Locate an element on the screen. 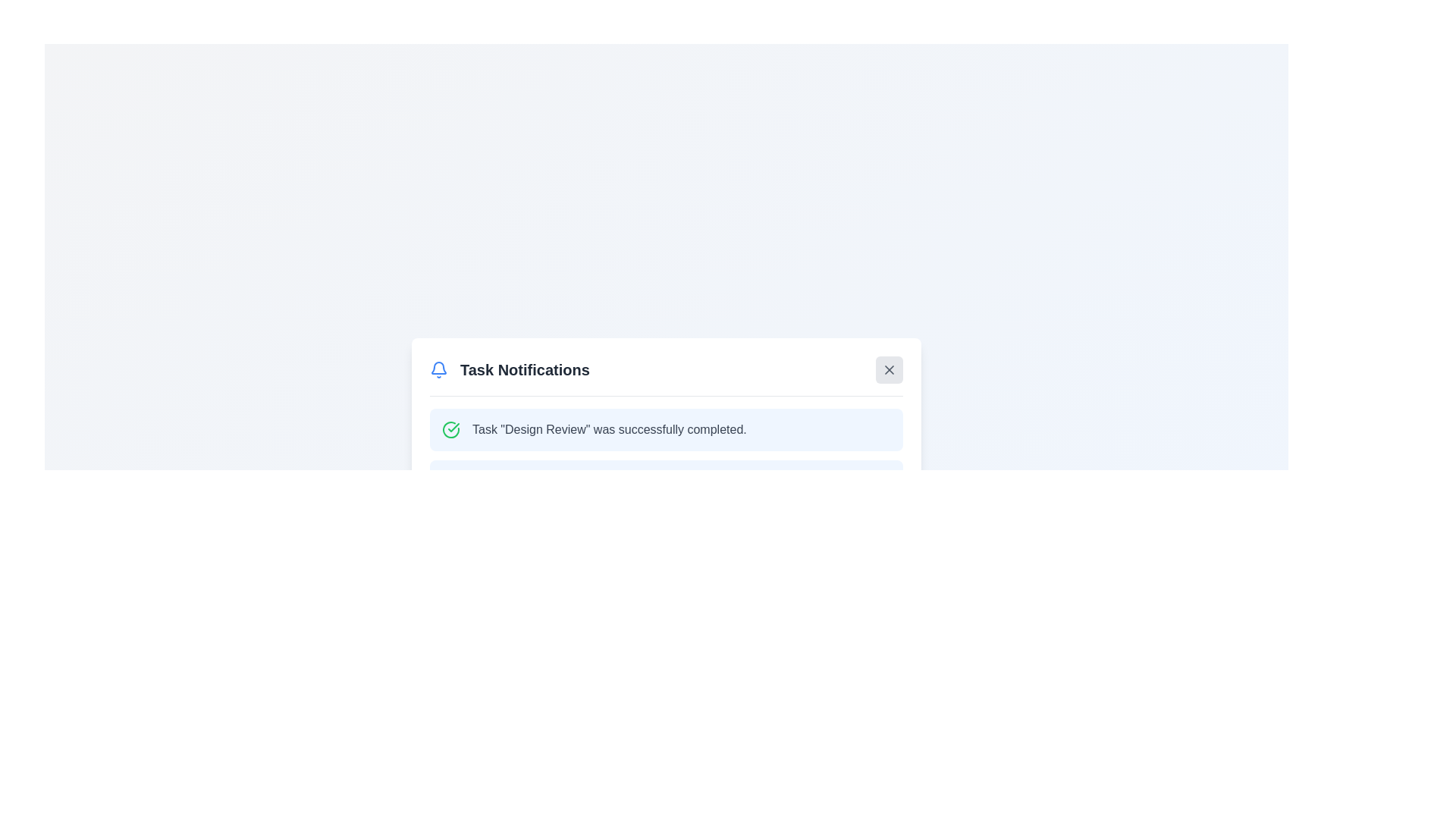 Image resolution: width=1456 pixels, height=819 pixels. the close button located at the top-right corner of the 'Task Notifications' card is located at coordinates (889, 369).